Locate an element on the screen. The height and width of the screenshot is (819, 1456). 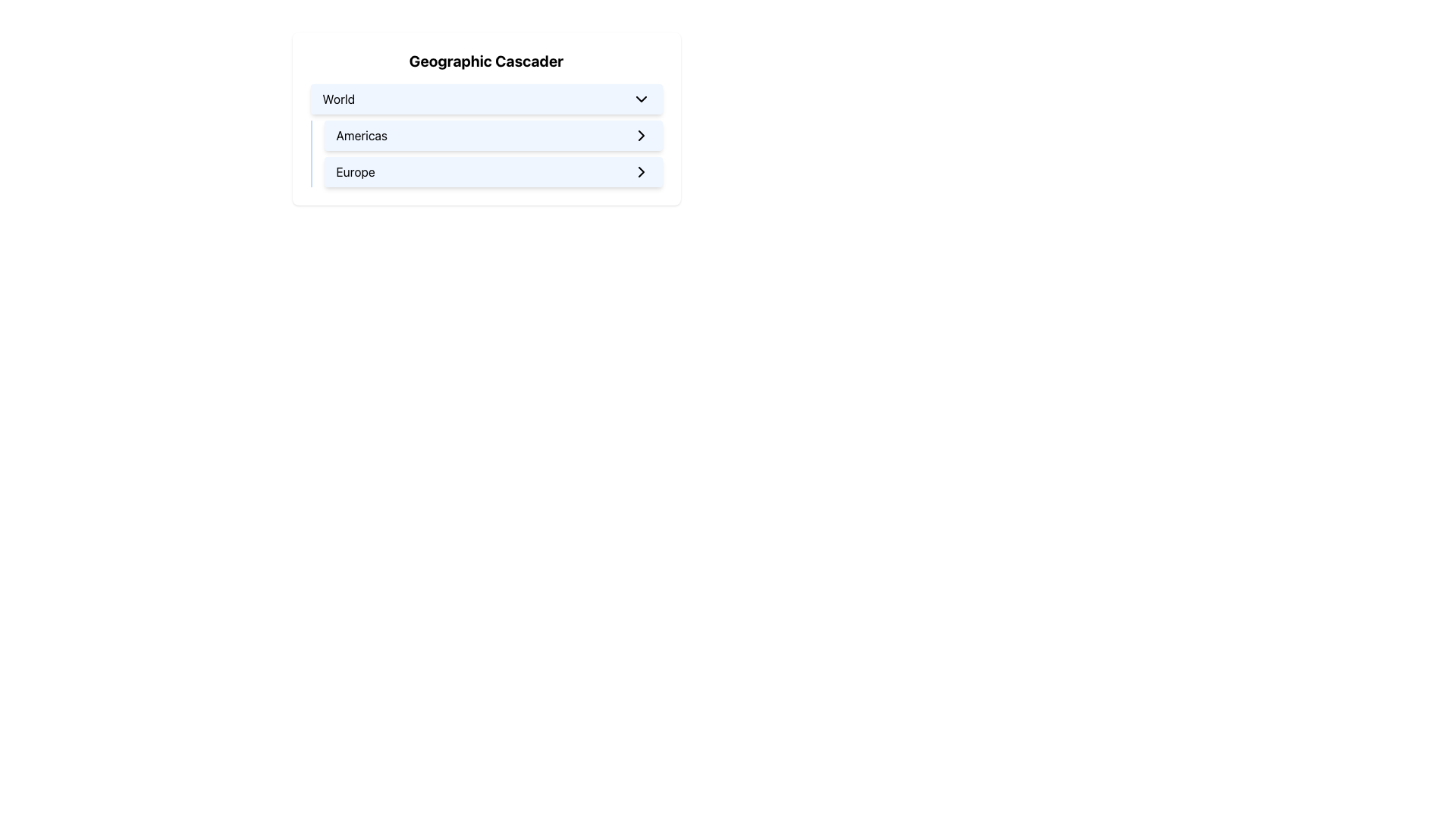
the 'Europe' selectable option text label within the cascading menu, which is displayed on a light blue rounded button situated below the 'Americas' button is located at coordinates (355, 171).